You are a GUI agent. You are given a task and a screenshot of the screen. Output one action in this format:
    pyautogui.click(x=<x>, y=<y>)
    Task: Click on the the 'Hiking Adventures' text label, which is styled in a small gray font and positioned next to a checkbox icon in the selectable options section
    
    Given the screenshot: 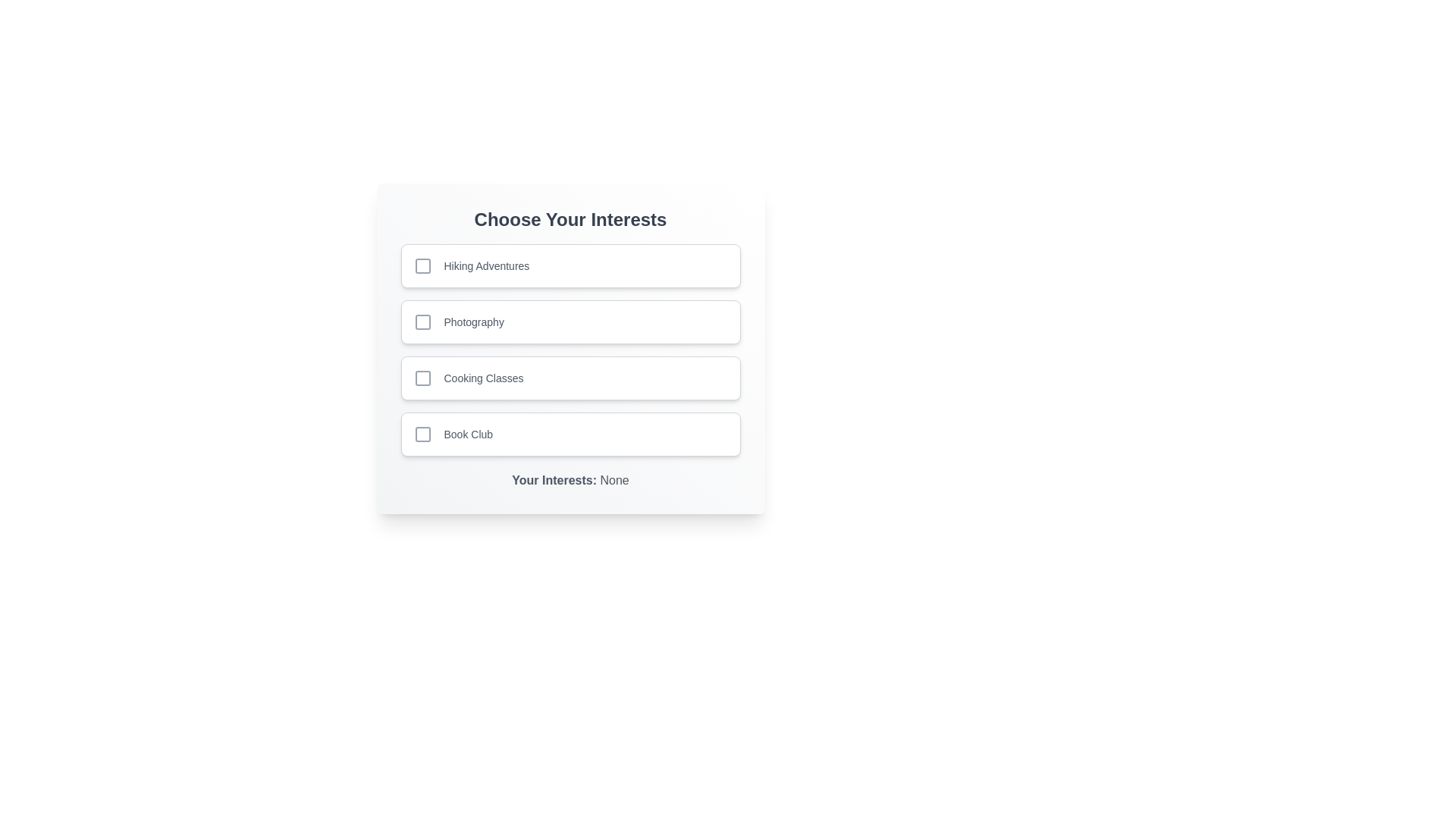 What is the action you would take?
    pyautogui.click(x=486, y=265)
    